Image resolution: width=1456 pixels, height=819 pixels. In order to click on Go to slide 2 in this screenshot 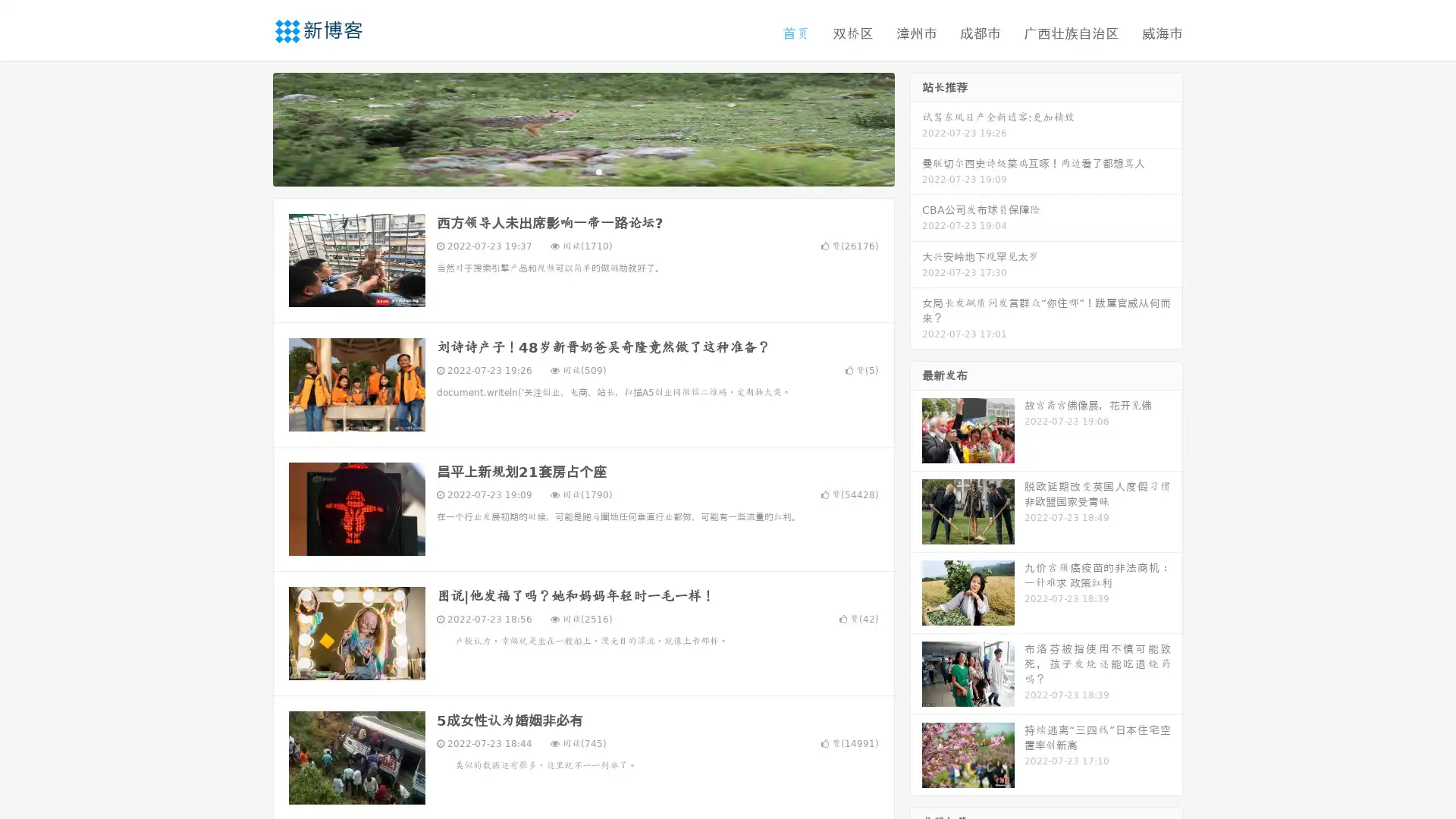, I will do `click(582, 171)`.